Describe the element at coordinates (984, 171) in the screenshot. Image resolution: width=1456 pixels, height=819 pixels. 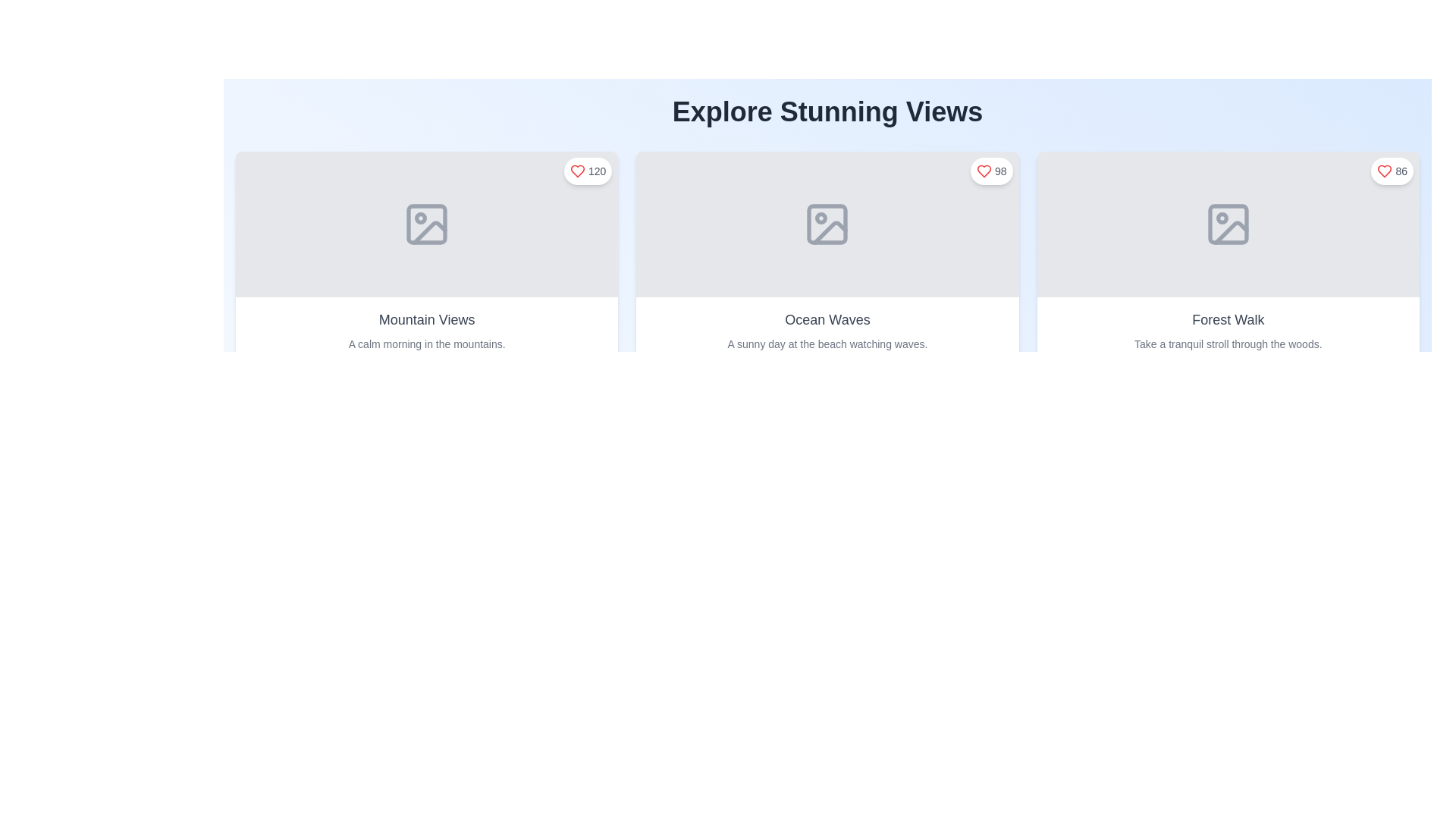
I see `the heart-shaped icon representing the 'like' or 'favorite' feature for the 'Ocean Waves' content, located at the top-right corner of the card` at that location.